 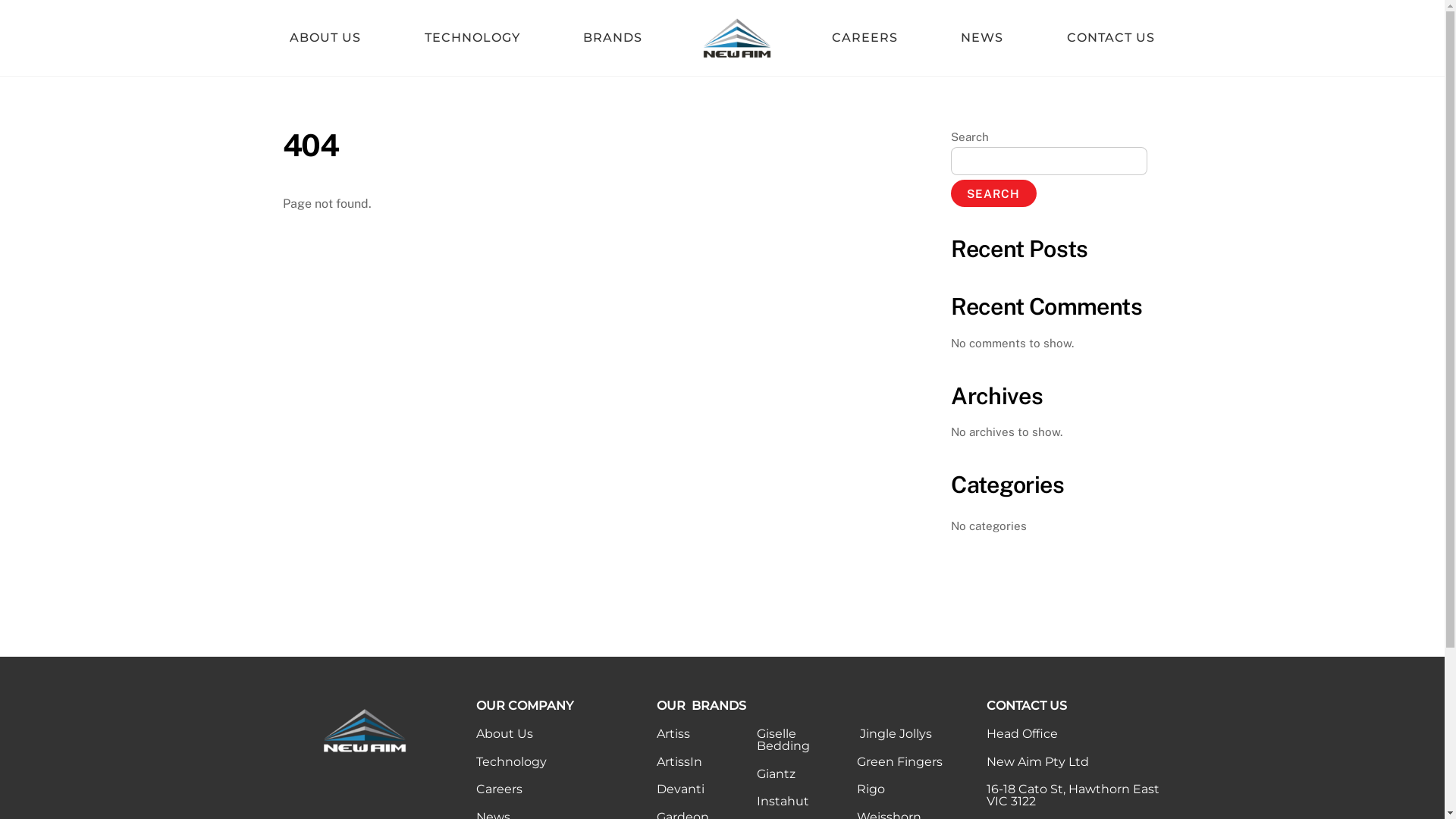 I want to click on 'Artiss', so click(x=673, y=733).